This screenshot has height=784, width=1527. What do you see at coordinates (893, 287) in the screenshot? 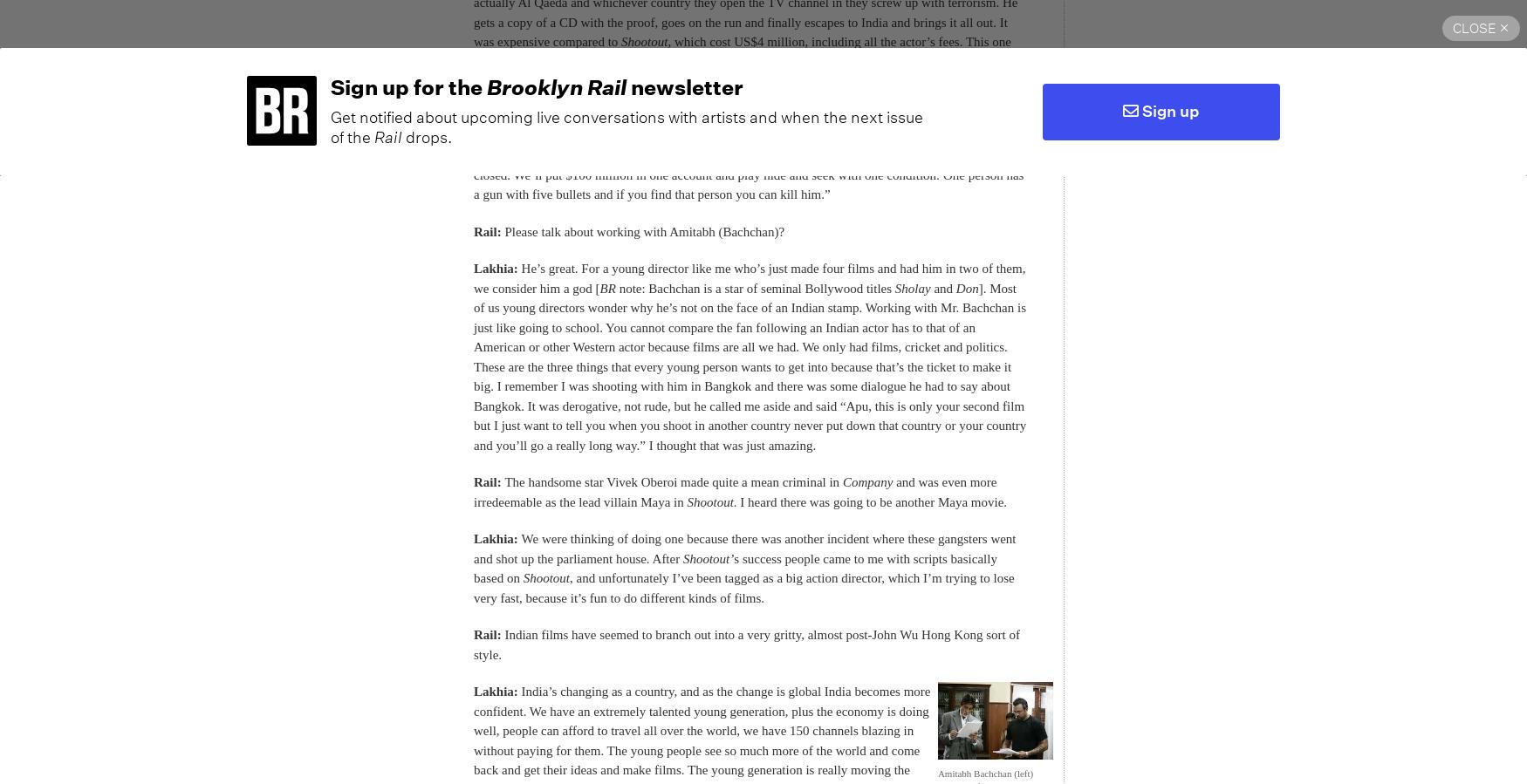
I see `'Sholay'` at bounding box center [893, 287].